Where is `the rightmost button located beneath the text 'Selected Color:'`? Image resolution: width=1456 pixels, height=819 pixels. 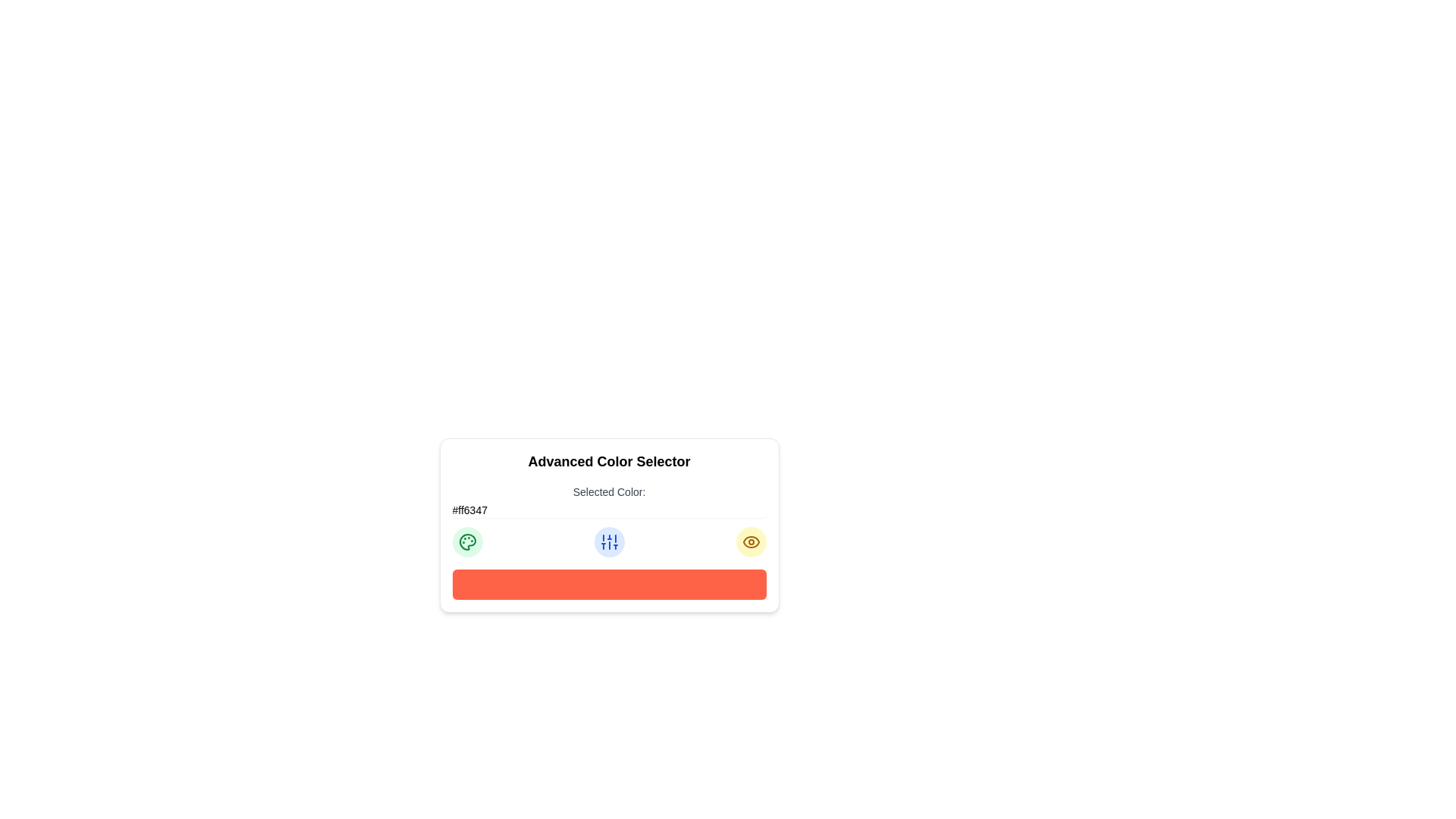 the rightmost button located beneath the text 'Selected Color:' is located at coordinates (751, 541).